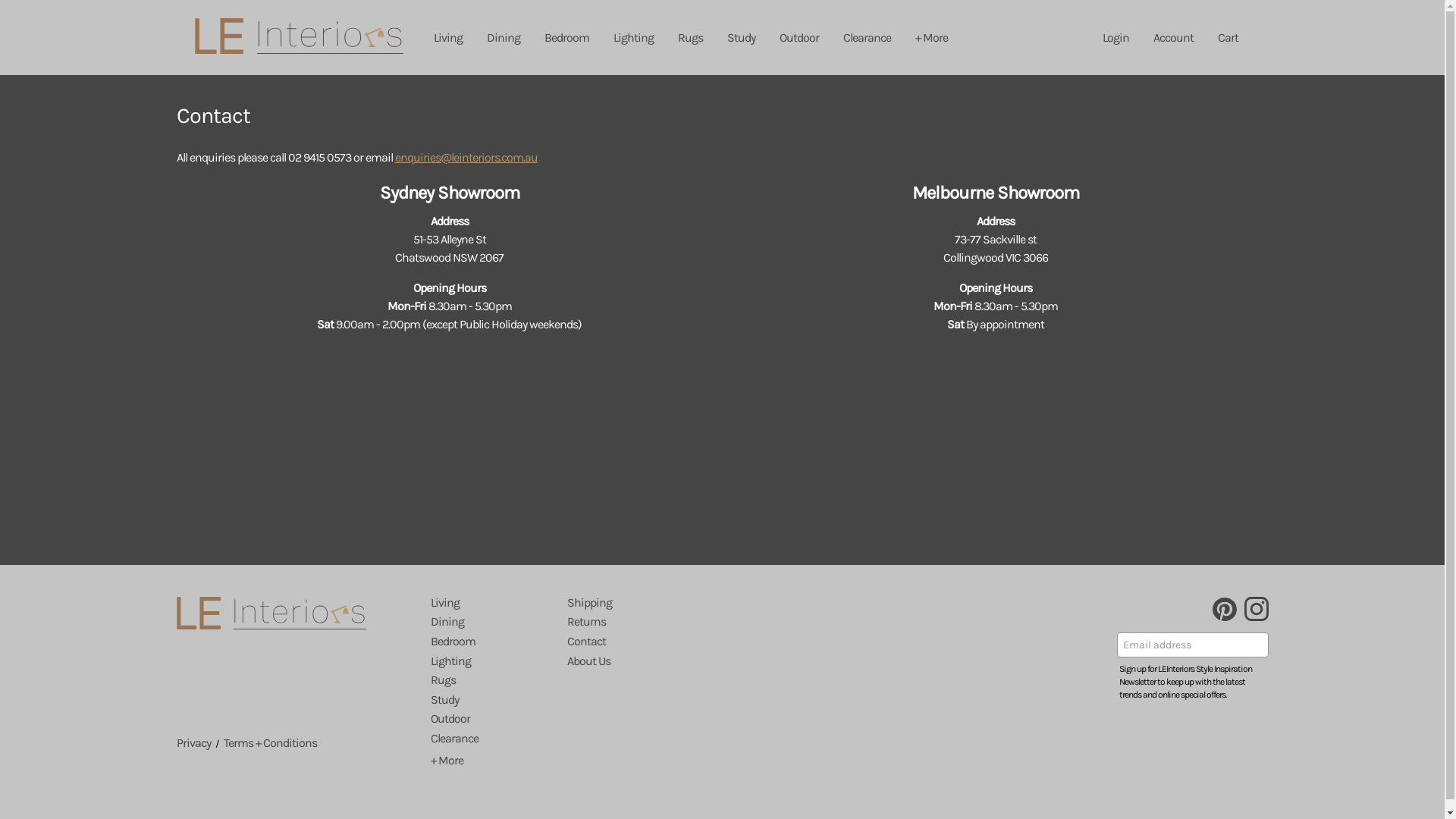 The width and height of the screenshot is (1456, 819). What do you see at coordinates (1116, 36) in the screenshot?
I see `'Login'` at bounding box center [1116, 36].